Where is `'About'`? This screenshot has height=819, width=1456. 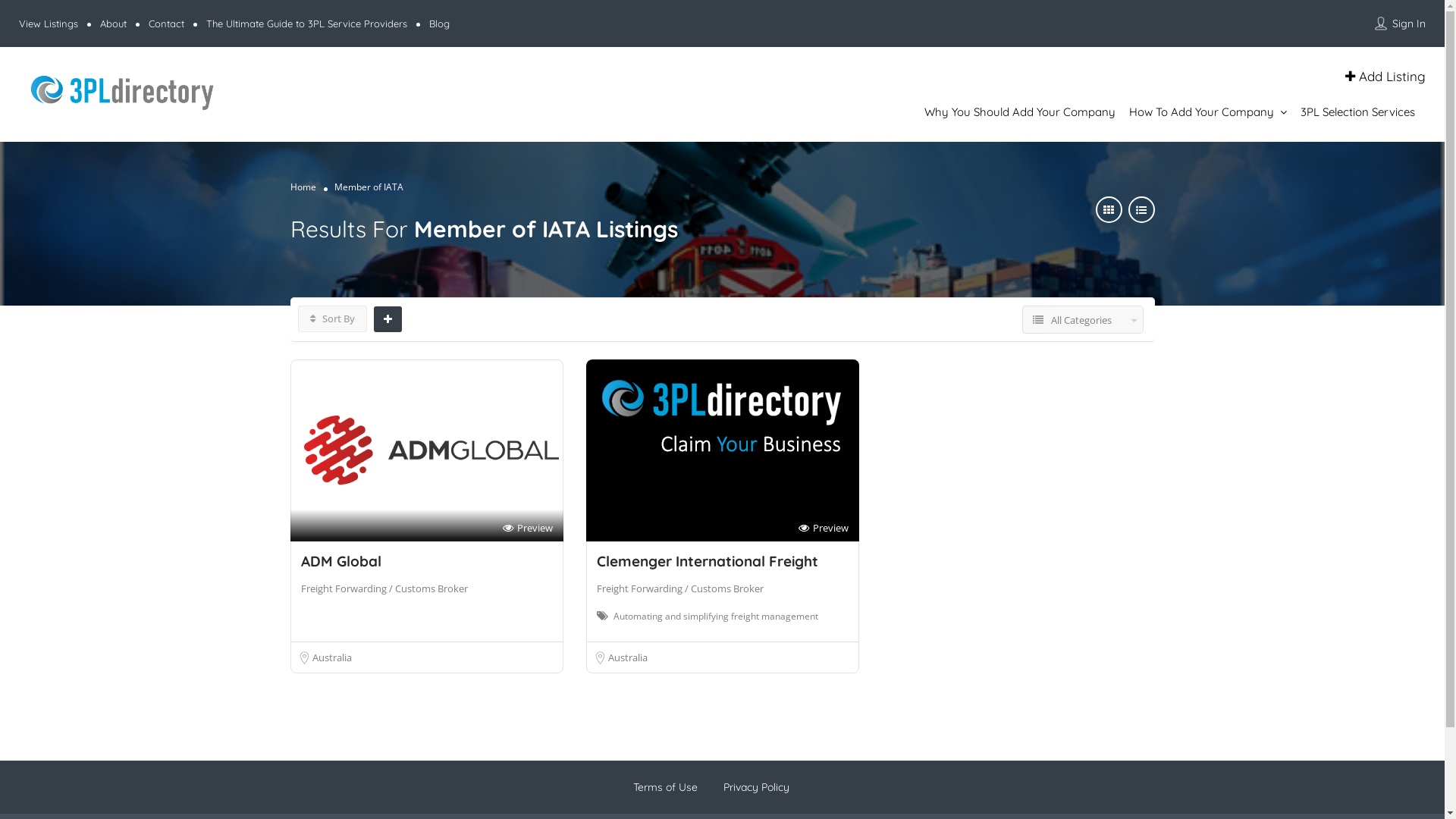
'About' is located at coordinates (112, 23).